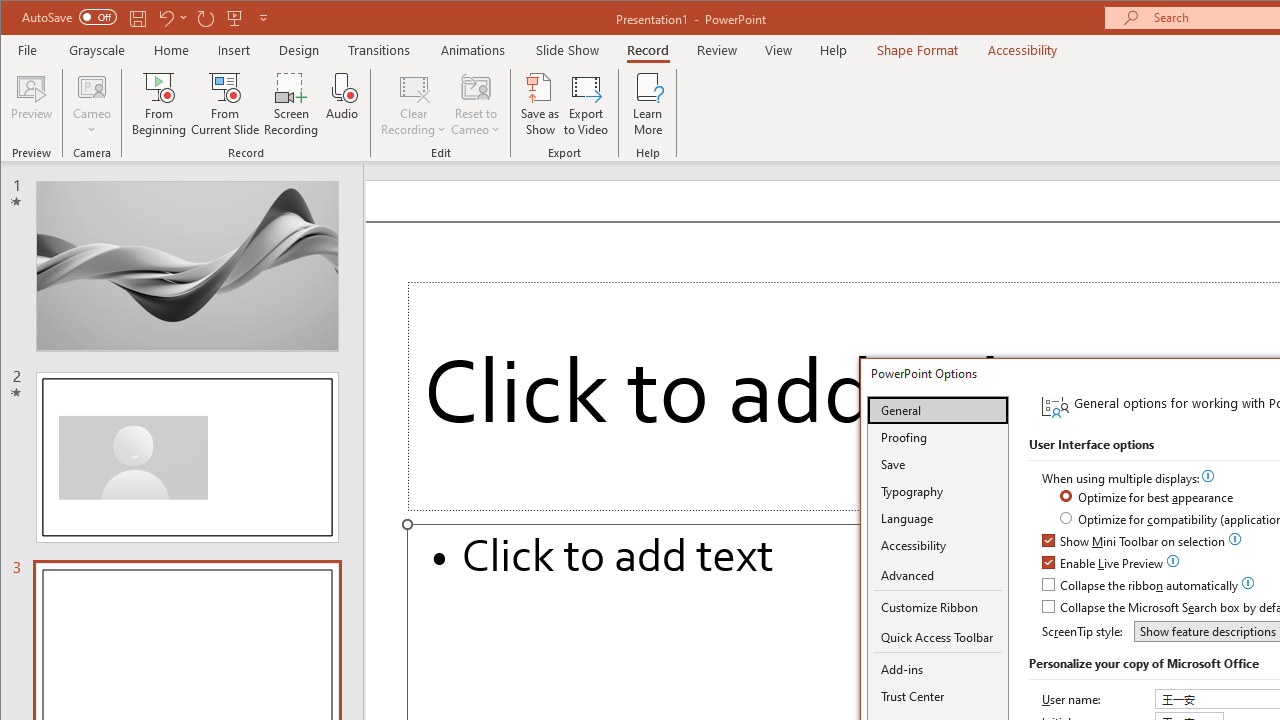  I want to click on 'From Beginning...', so click(160, 104).